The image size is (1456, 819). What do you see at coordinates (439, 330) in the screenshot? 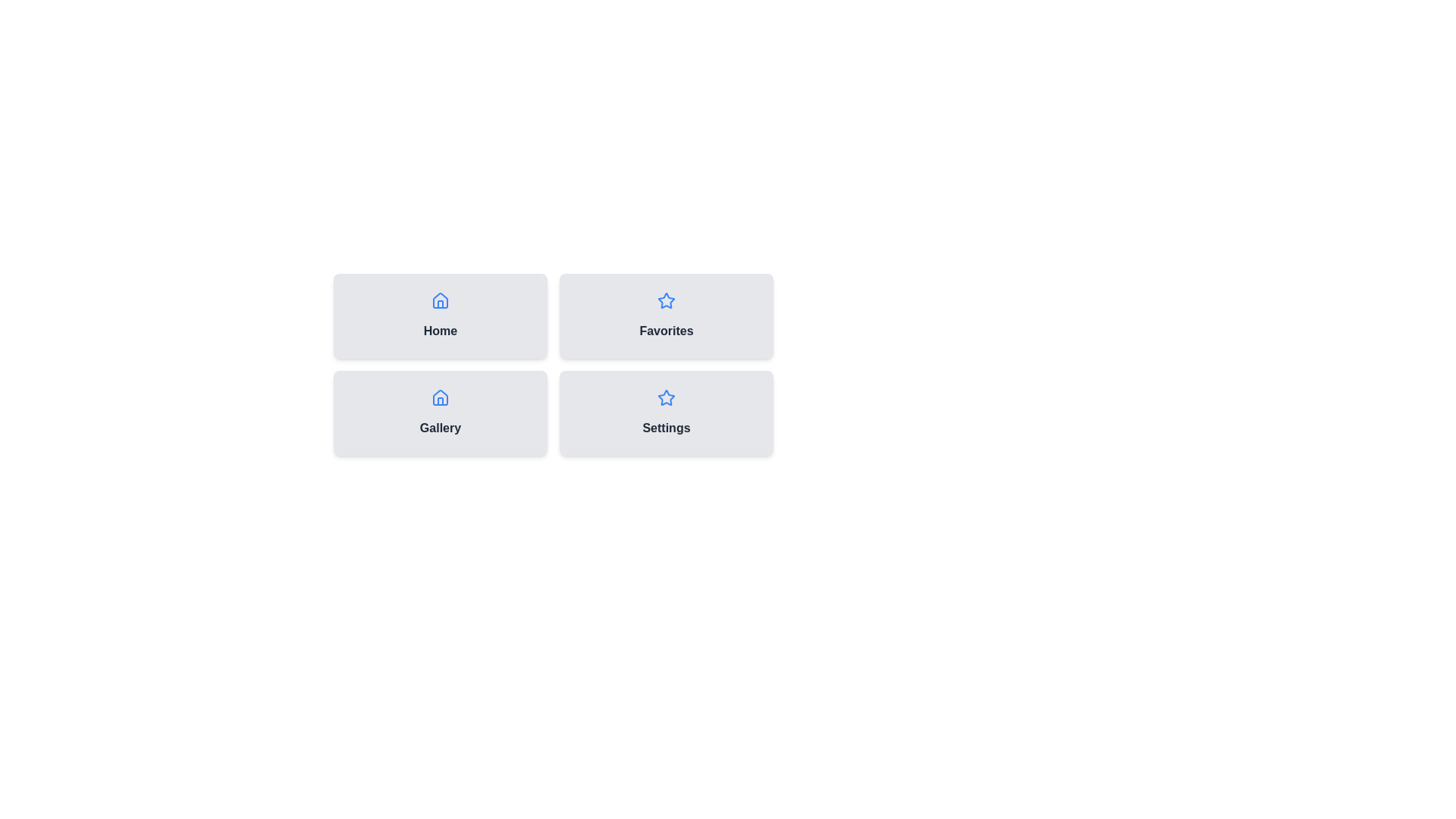
I see `the 'Home' text label, which is bold and dark gray, located centrally below a home icon and above other text indicators` at bounding box center [439, 330].